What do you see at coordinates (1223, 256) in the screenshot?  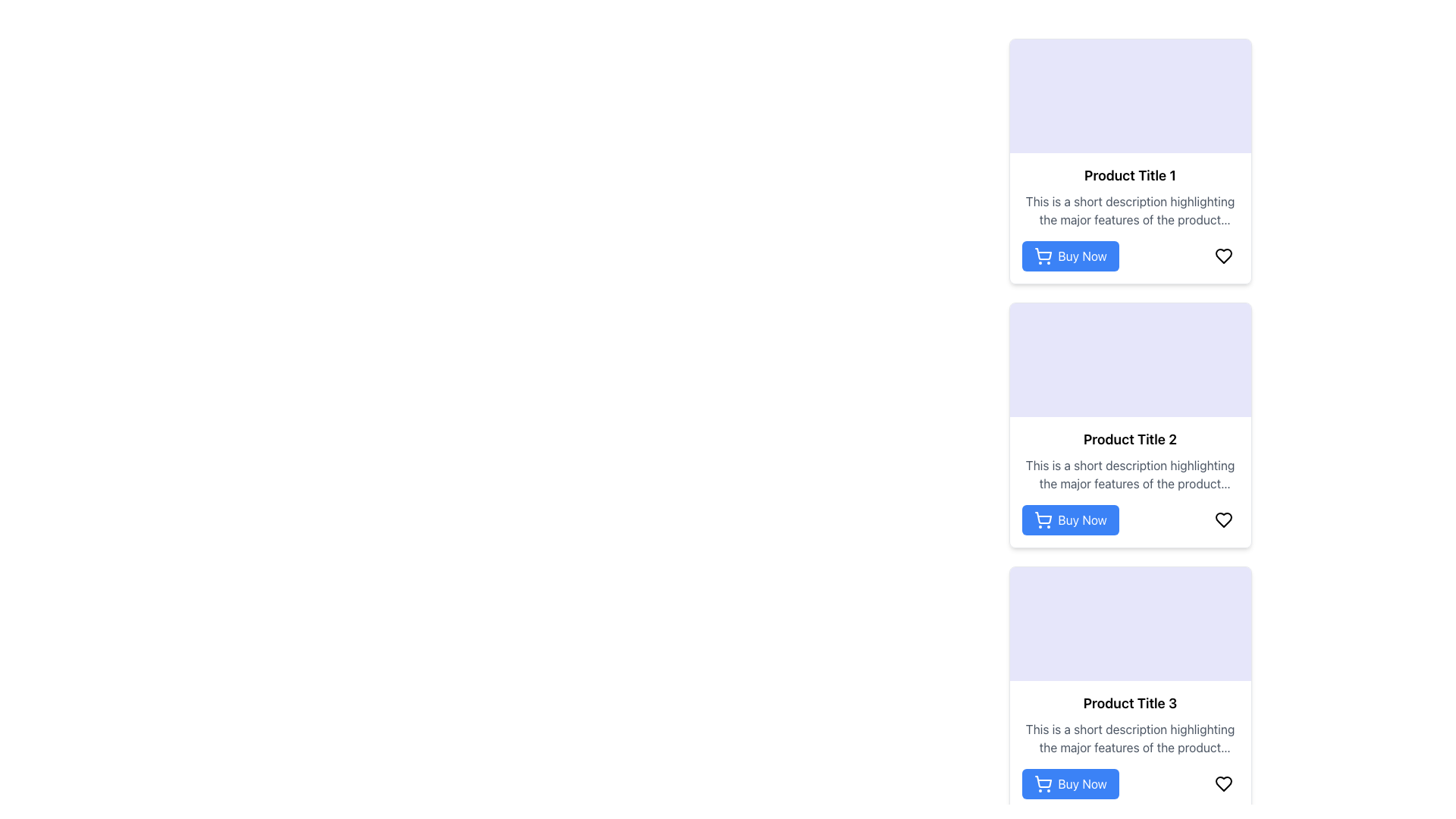 I see `the heart-shaped icon, which is an outlined vector graphic located in the top-right corner of the product card titled 'Product Title 1'` at bounding box center [1223, 256].